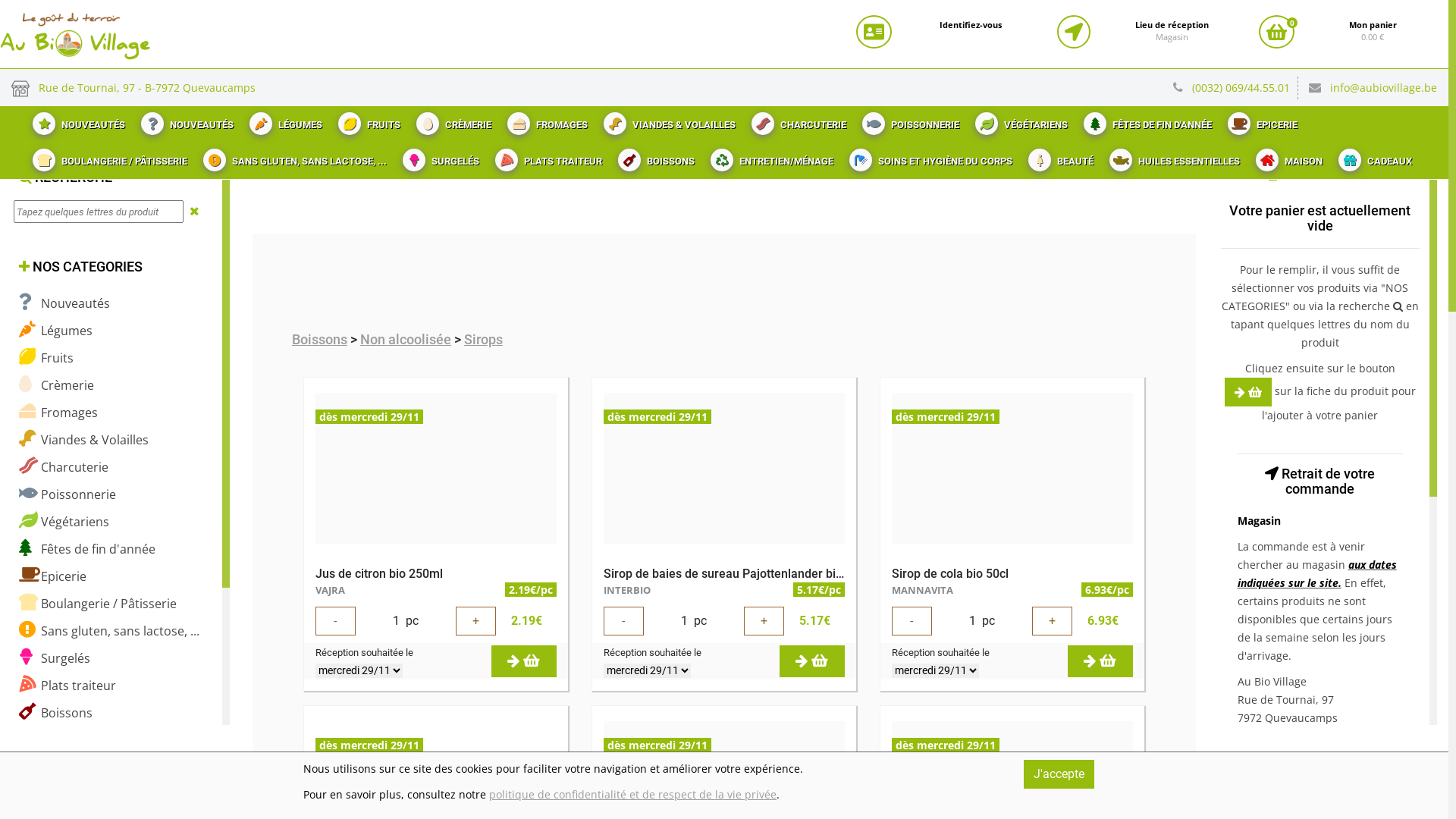 This screenshot has height=819, width=1456. Describe the element at coordinates (62, 466) in the screenshot. I see `'Charcuterie'` at that location.